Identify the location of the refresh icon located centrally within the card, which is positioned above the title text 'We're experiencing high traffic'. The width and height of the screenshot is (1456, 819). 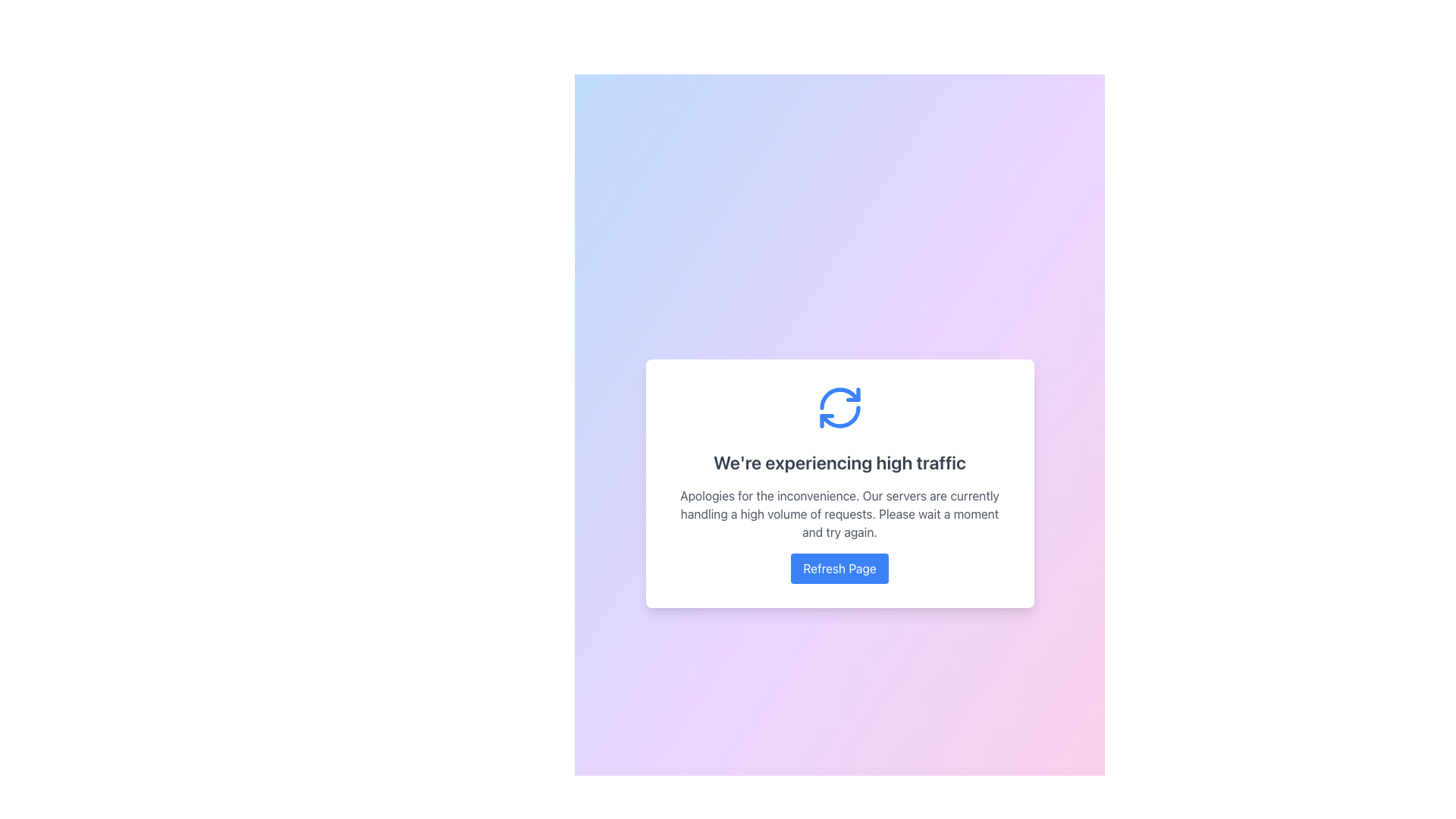
(839, 406).